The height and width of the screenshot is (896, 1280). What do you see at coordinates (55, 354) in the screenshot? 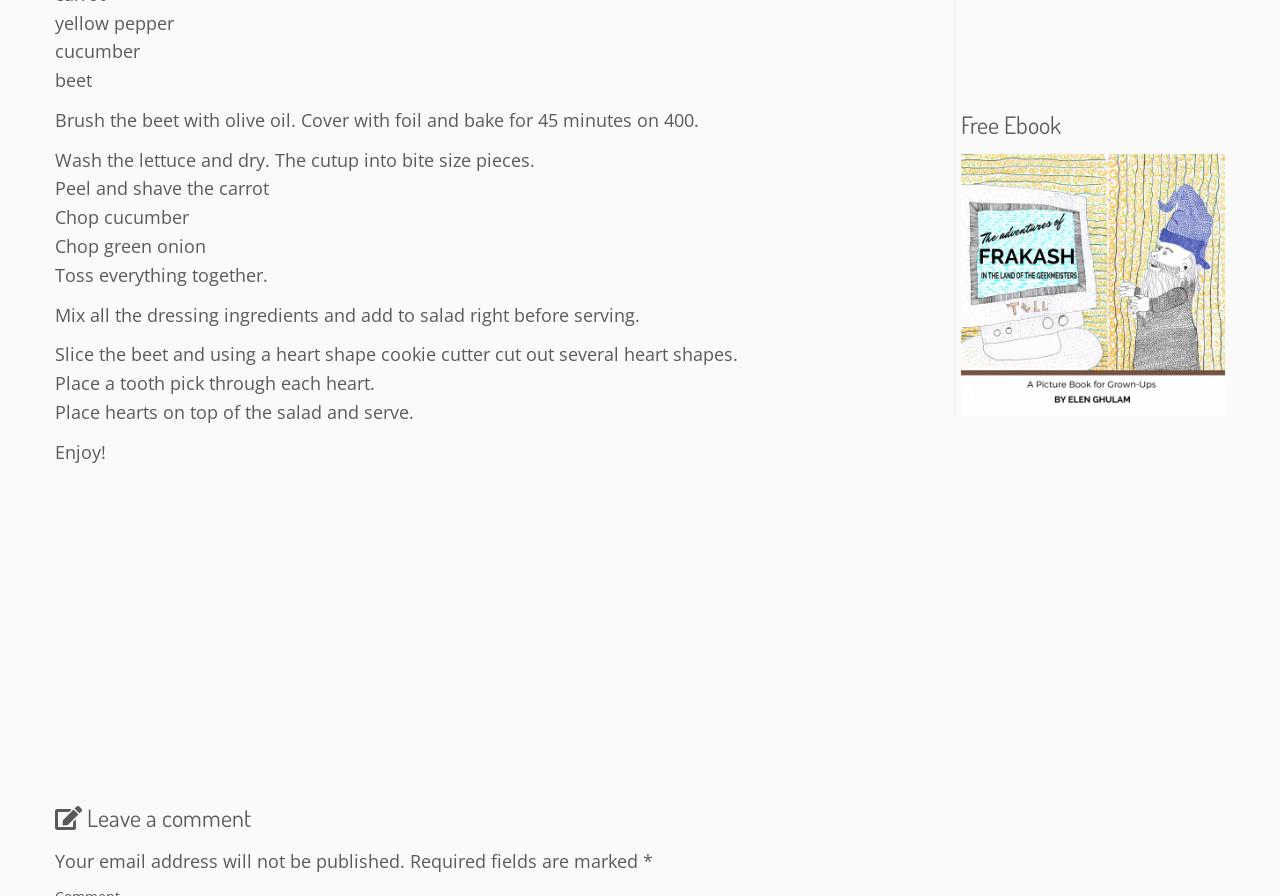
I see `'Slice the beet and using a heart shape cookie cutter cut out several heart shapes.'` at bounding box center [55, 354].